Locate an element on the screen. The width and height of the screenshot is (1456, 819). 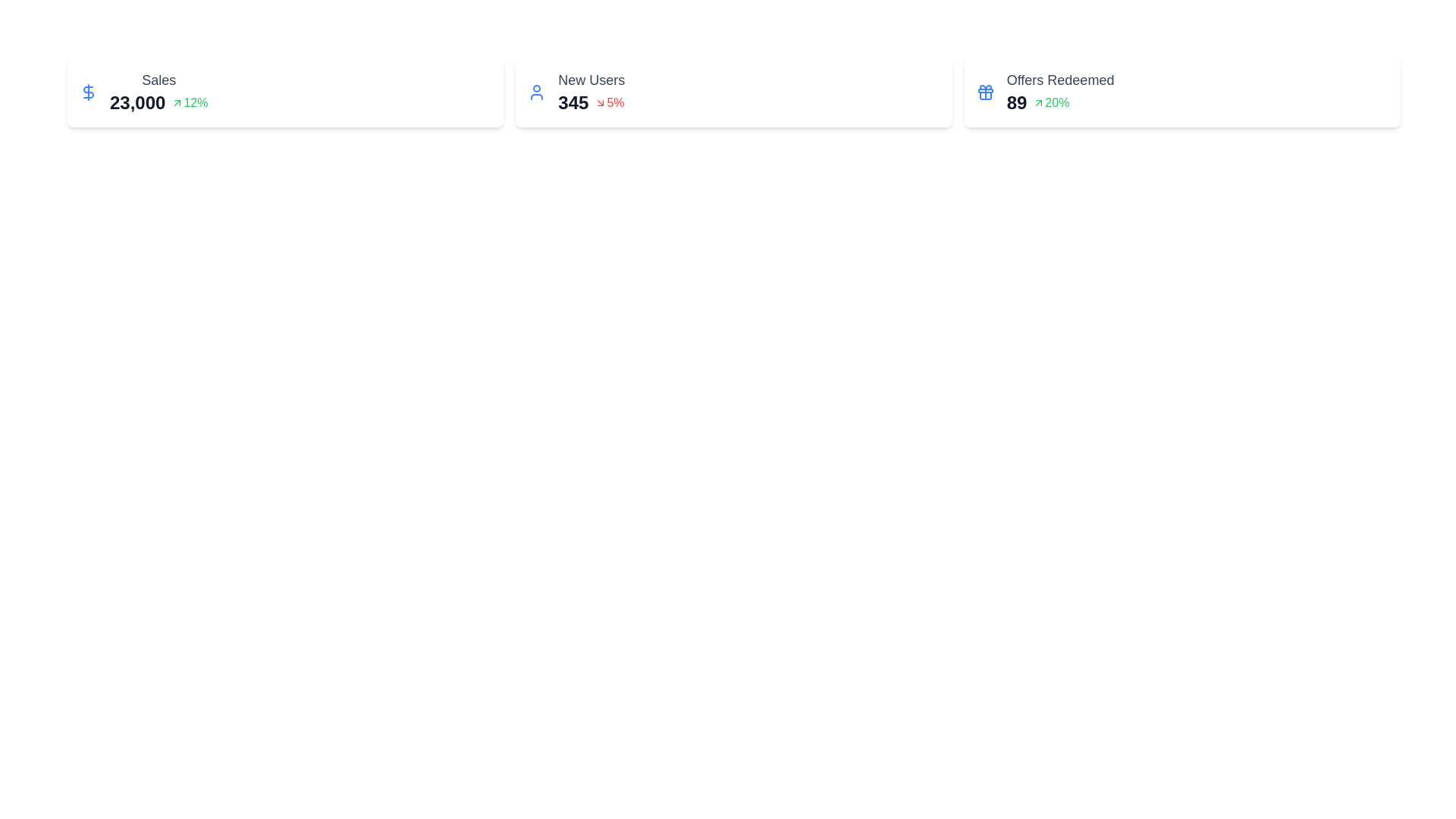
the decorative icon that symbolizes the category of 'Offers Redeemed', located at the top-left corner of the 'Offers Redeemed' card, next to the title text is located at coordinates (985, 93).